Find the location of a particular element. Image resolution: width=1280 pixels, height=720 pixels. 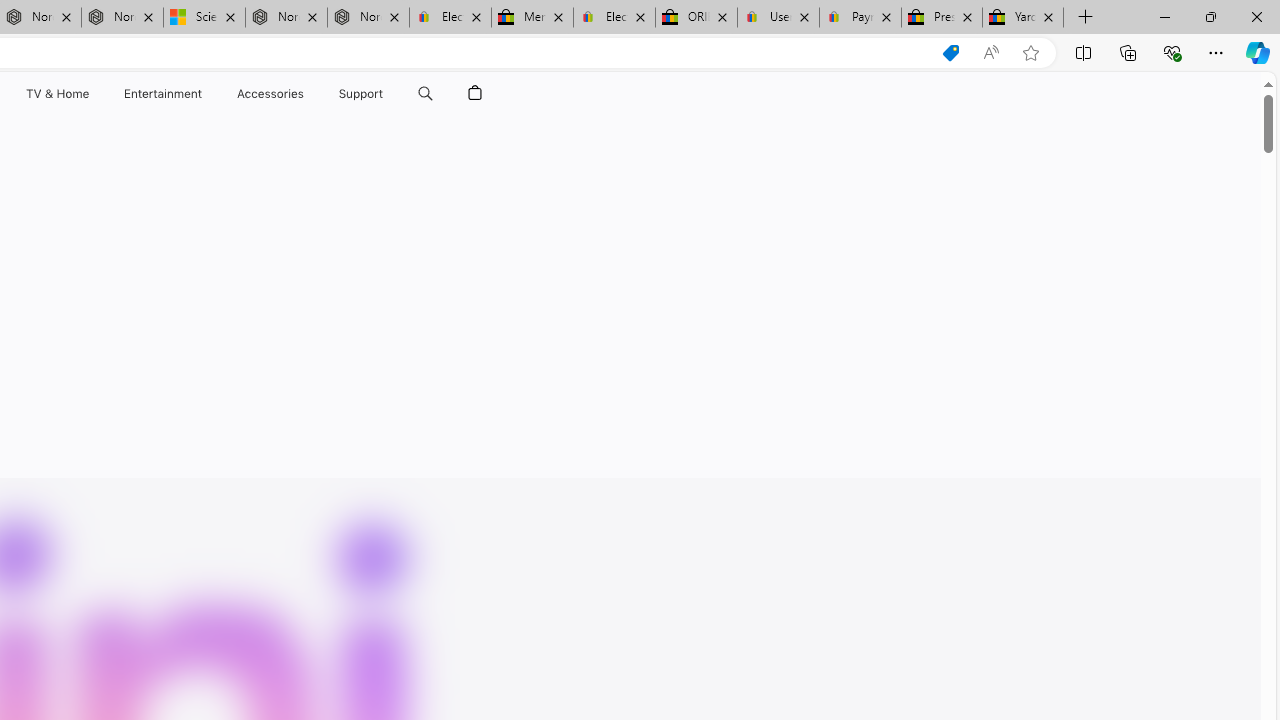

'Overview' is located at coordinates (298, 140).